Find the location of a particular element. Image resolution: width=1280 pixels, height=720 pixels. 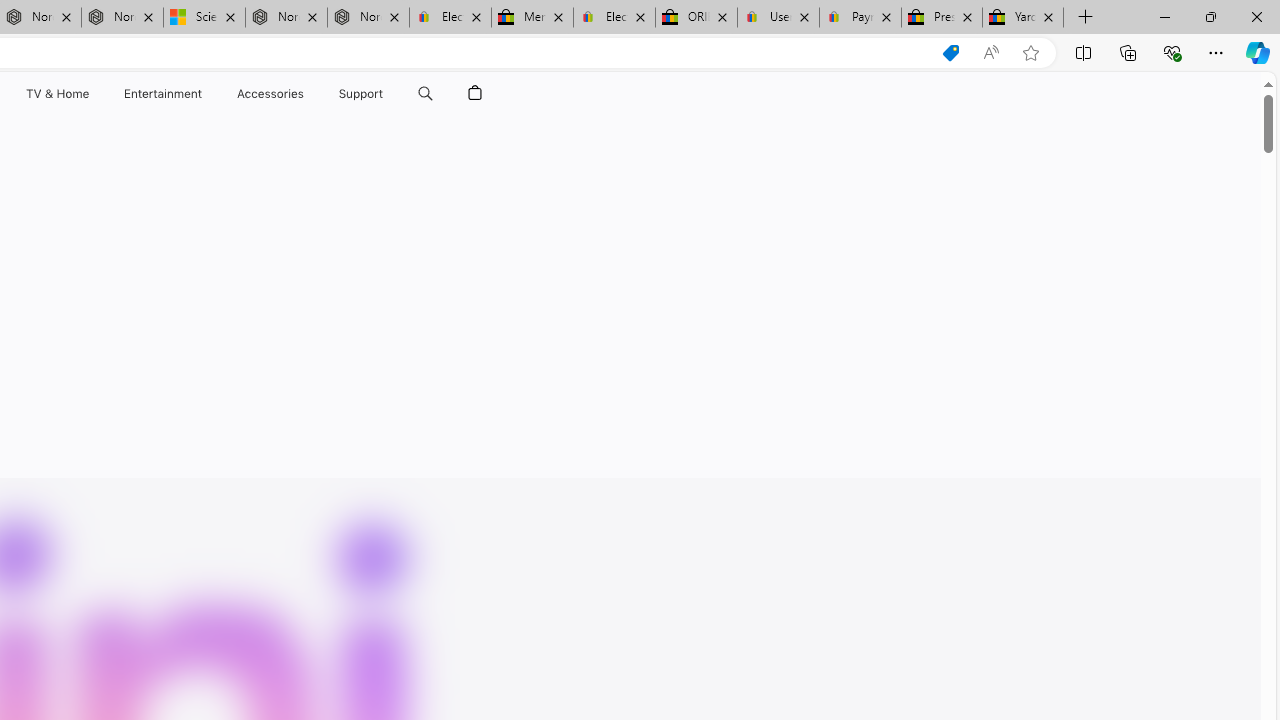

'Overview' is located at coordinates (298, 140).